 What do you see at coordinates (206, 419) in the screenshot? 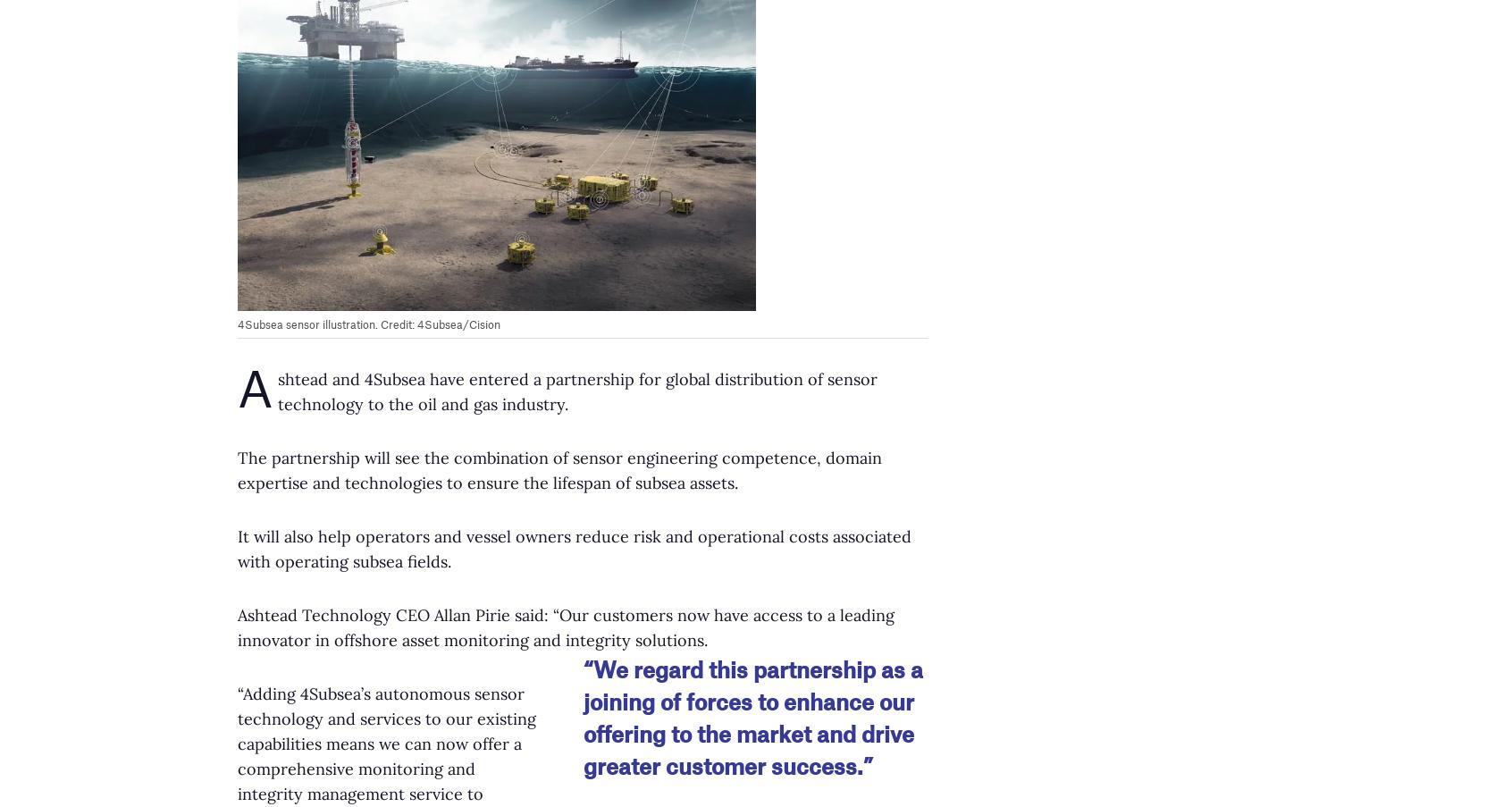
I see `'More Relevant'` at bounding box center [206, 419].